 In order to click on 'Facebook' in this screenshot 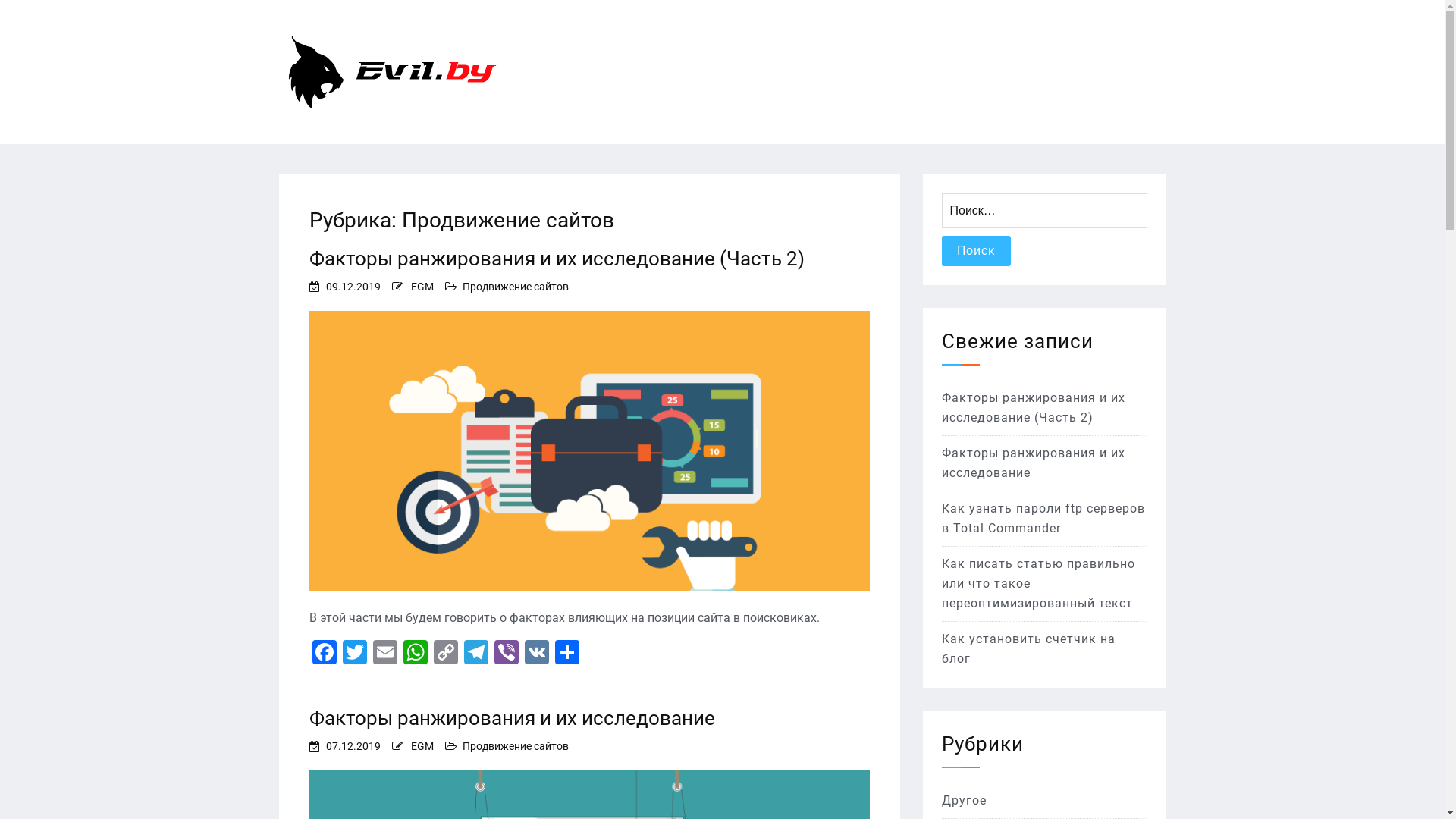, I will do `click(323, 653)`.